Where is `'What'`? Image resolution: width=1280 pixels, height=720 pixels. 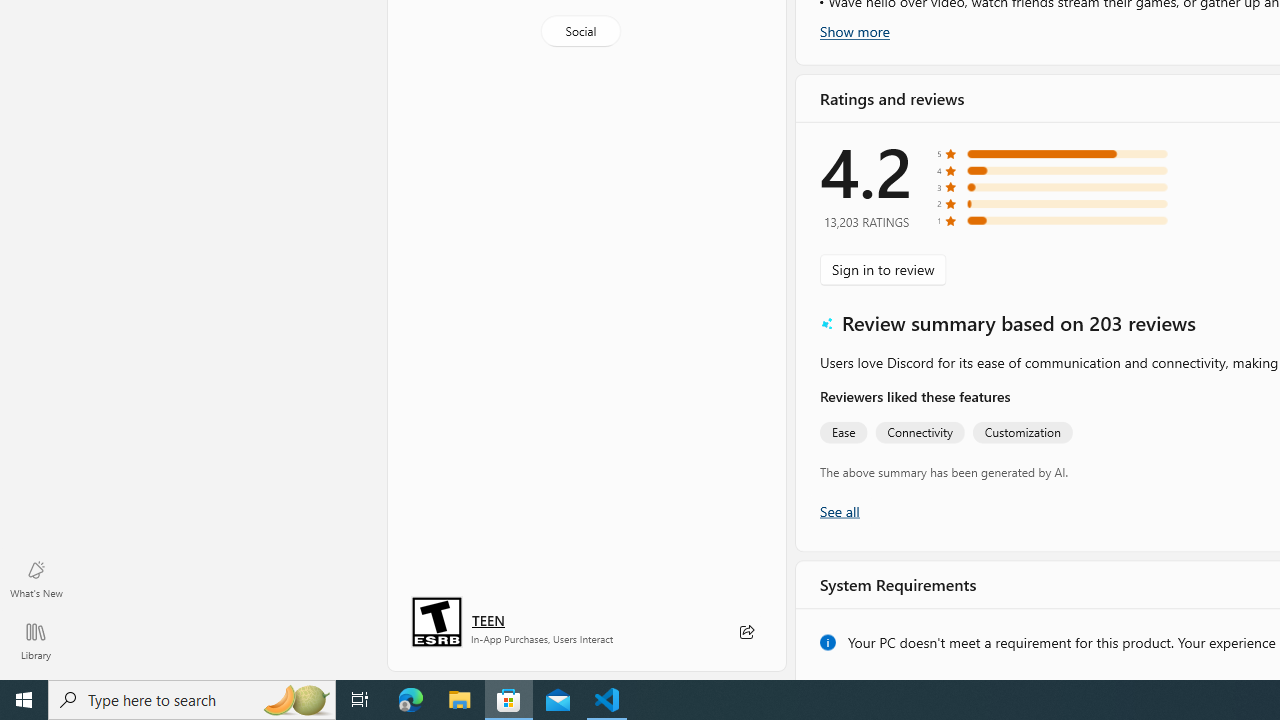
'What' is located at coordinates (35, 578).